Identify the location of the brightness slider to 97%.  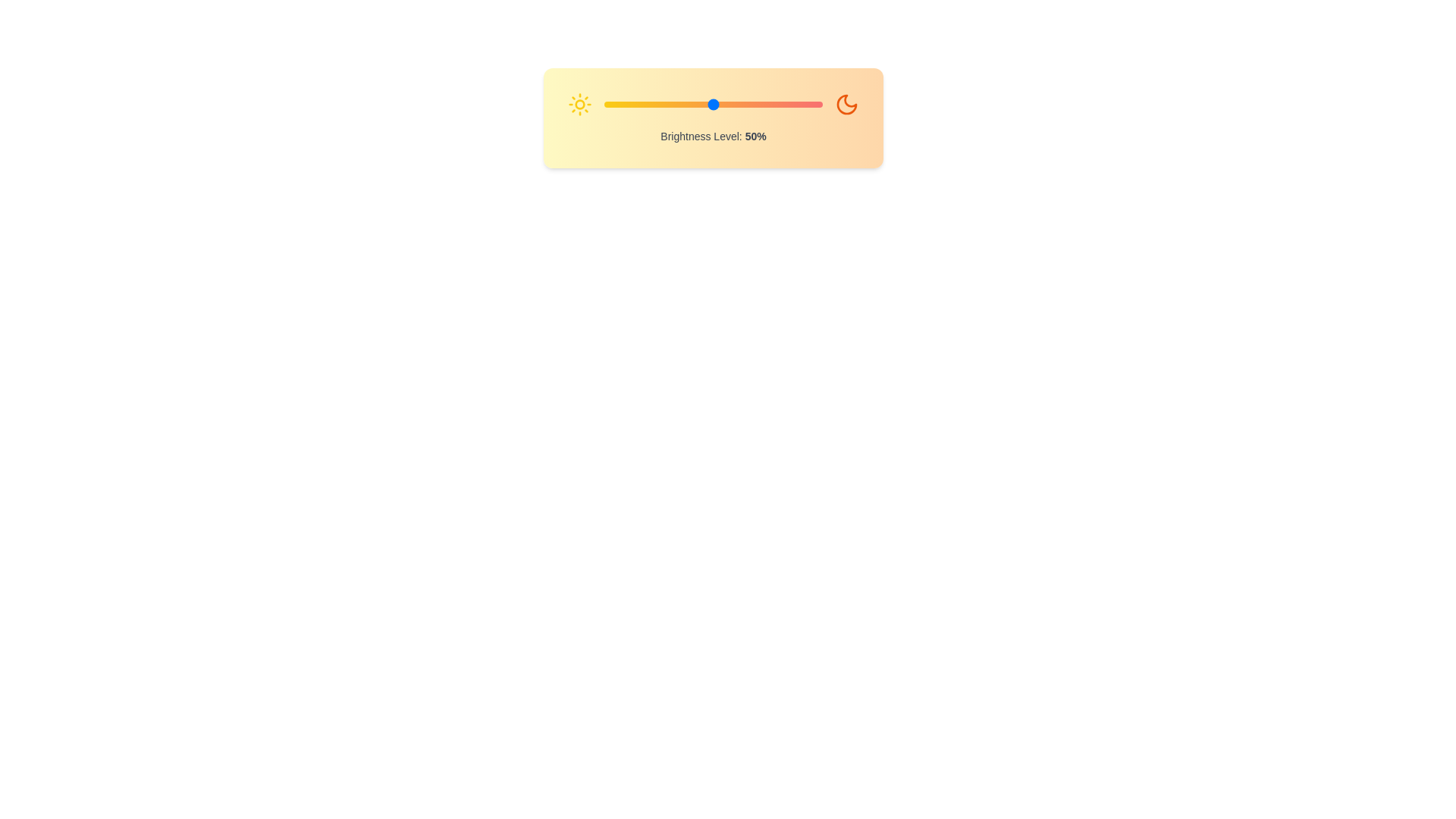
(815, 104).